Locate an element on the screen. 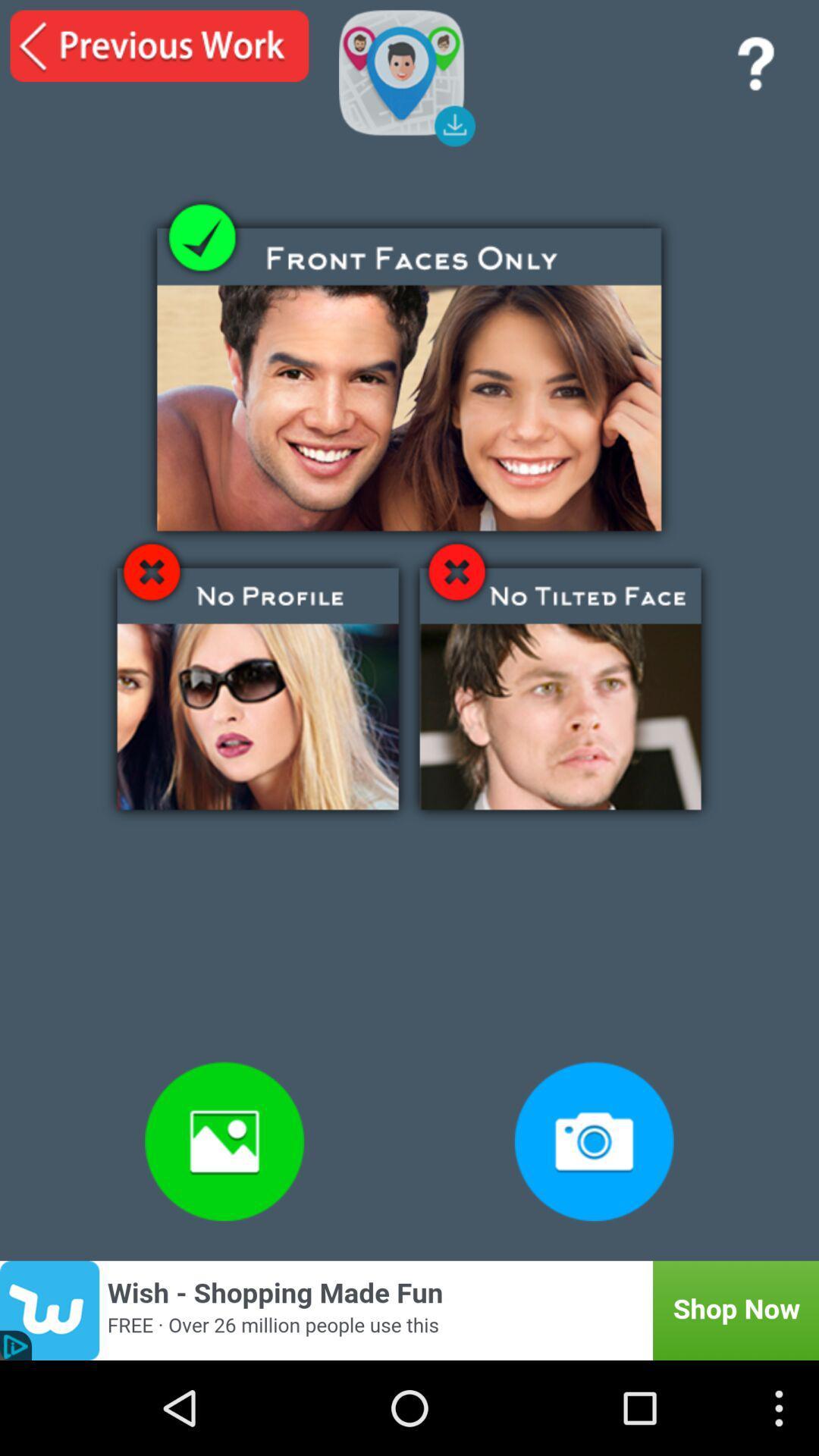 The height and width of the screenshot is (1456, 819). the photo icon is located at coordinates (593, 1221).